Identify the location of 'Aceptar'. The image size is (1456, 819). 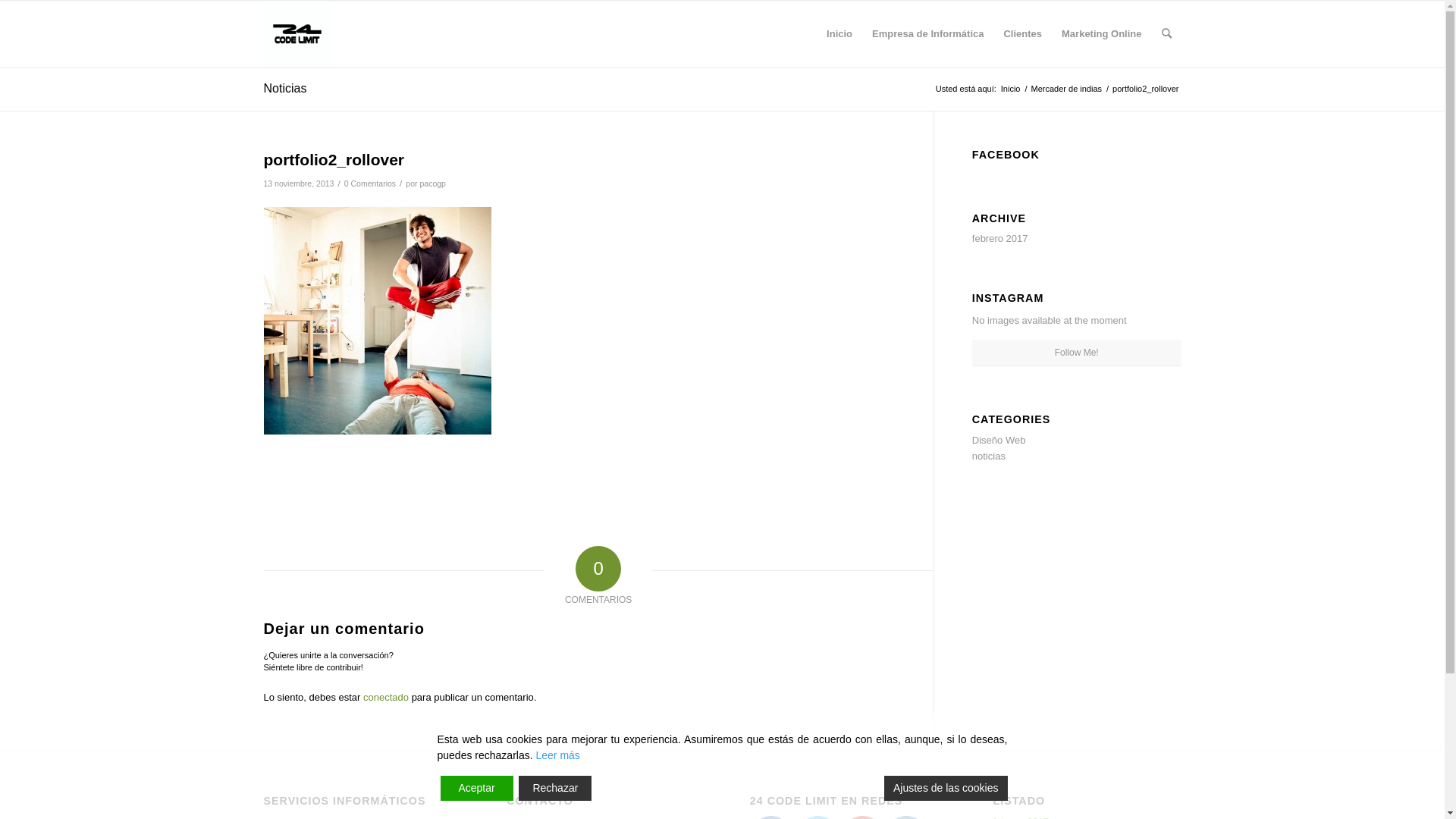
(475, 787).